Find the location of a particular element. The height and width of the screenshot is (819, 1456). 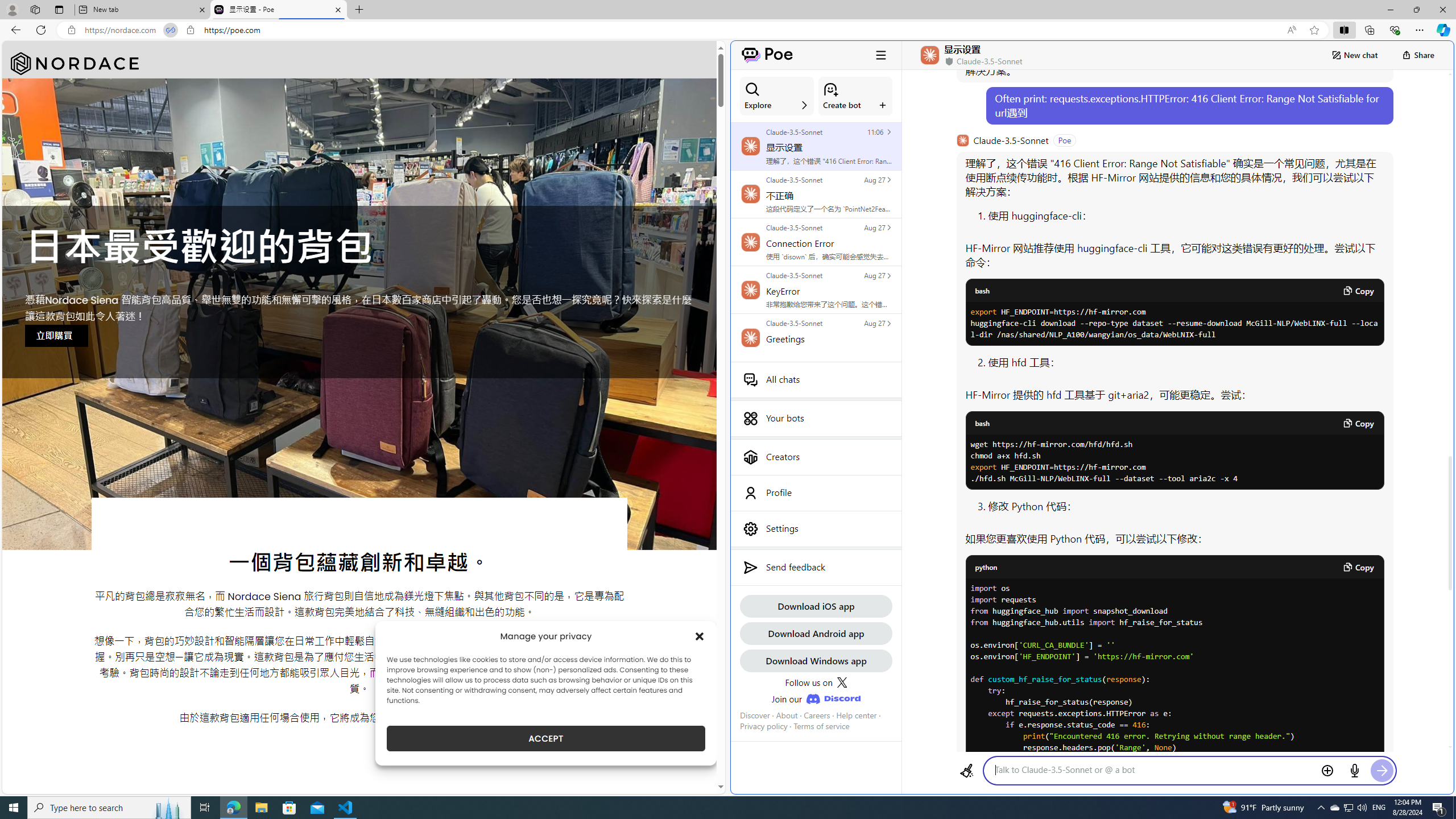

'Creators' is located at coordinates (816, 457).